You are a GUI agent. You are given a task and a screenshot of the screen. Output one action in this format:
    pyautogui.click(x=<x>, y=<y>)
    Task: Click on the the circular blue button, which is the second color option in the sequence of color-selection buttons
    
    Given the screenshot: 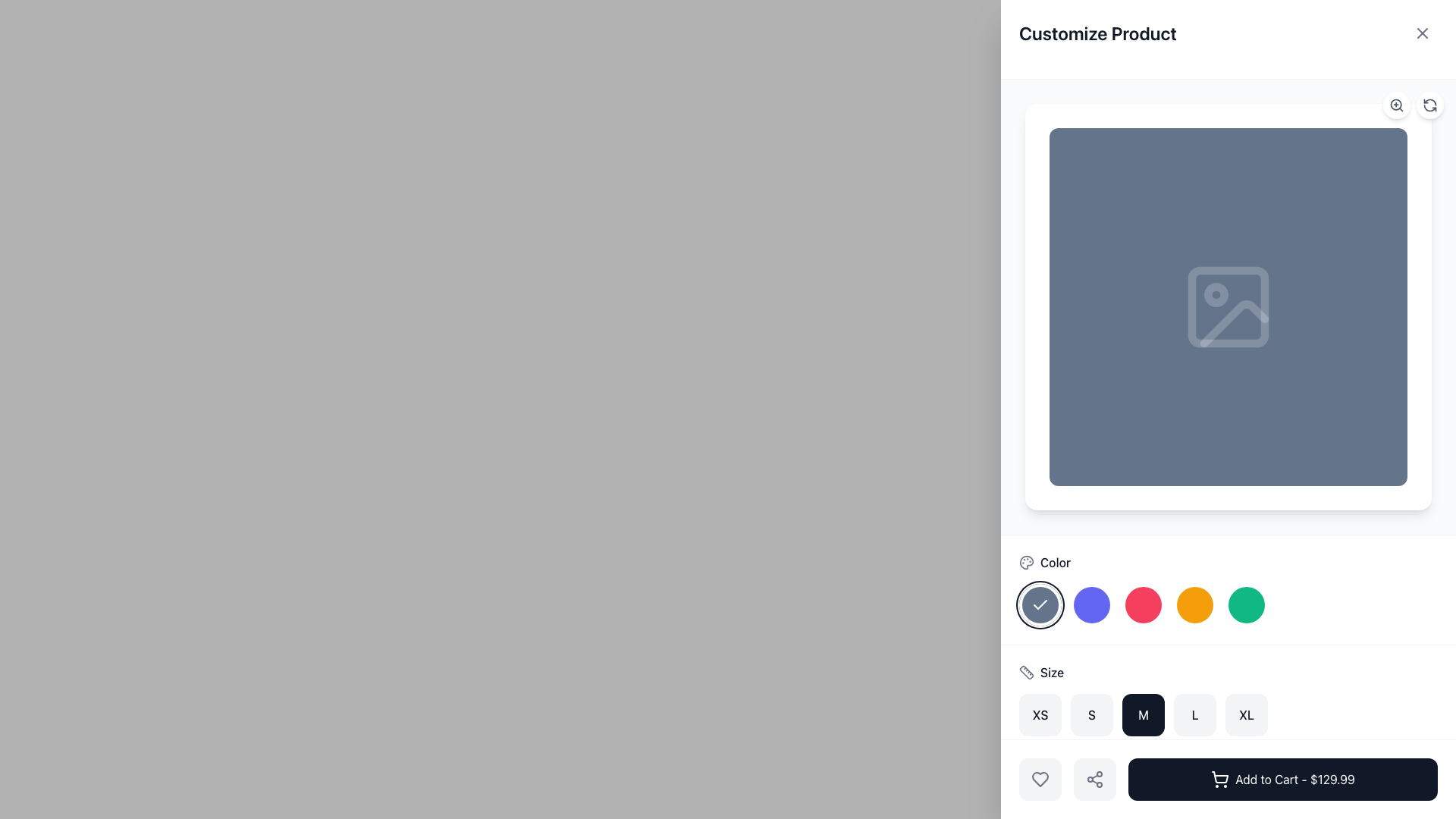 What is the action you would take?
    pyautogui.click(x=1092, y=604)
    